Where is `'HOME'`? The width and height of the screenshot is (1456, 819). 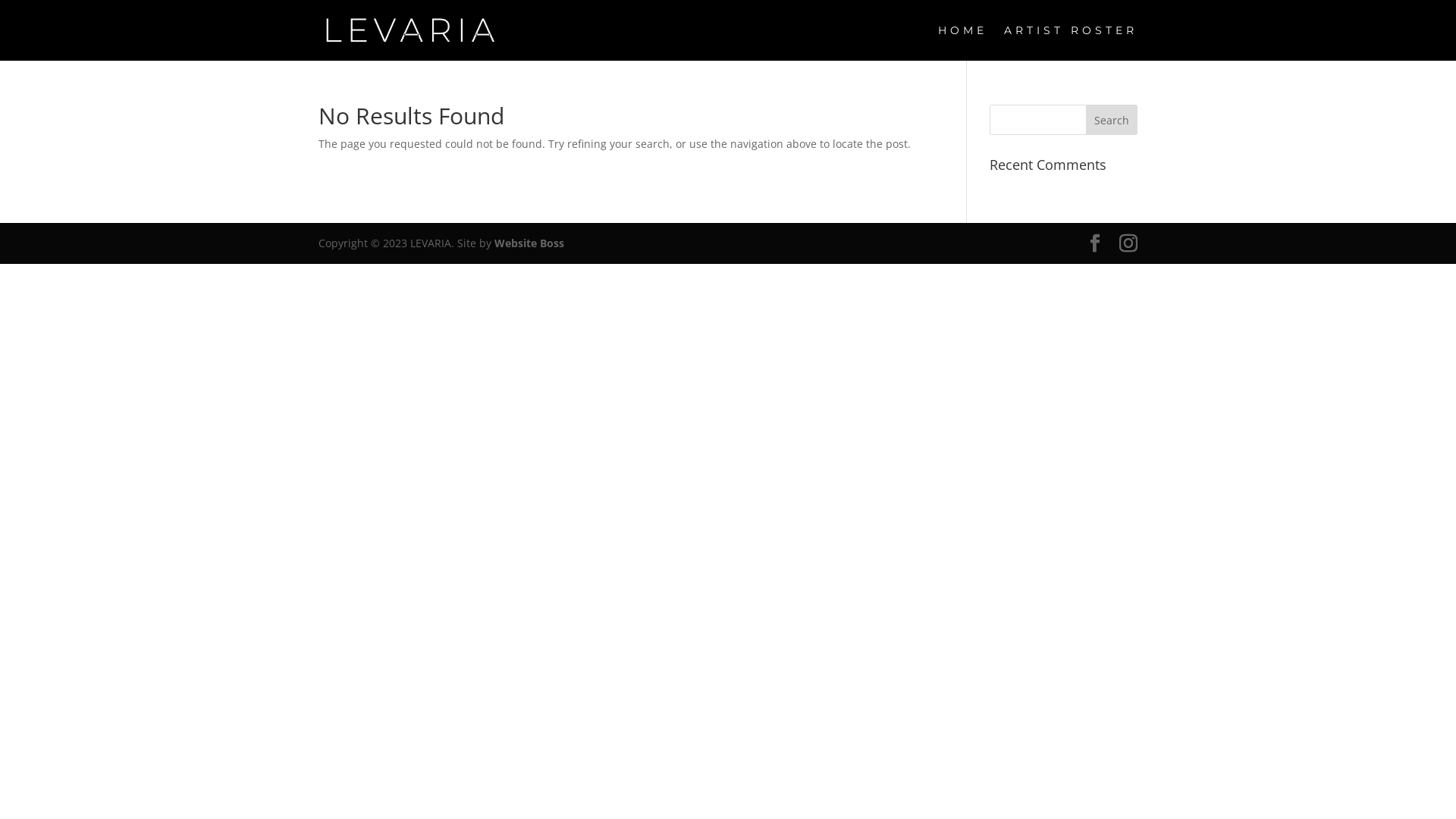 'HOME' is located at coordinates (962, 42).